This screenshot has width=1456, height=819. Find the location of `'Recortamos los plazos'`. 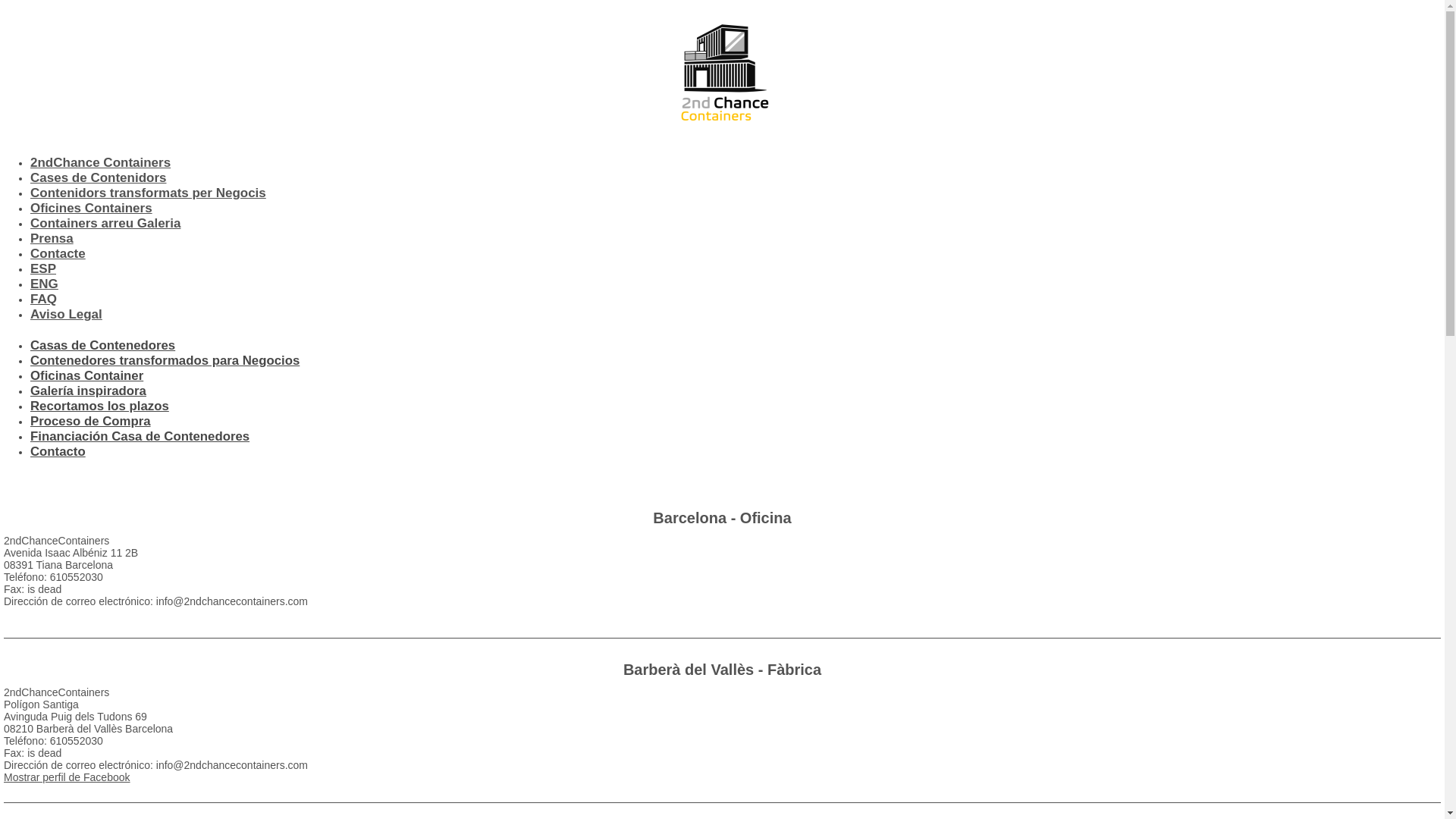

'Recortamos los plazos' is located at coordinates (30, 405).